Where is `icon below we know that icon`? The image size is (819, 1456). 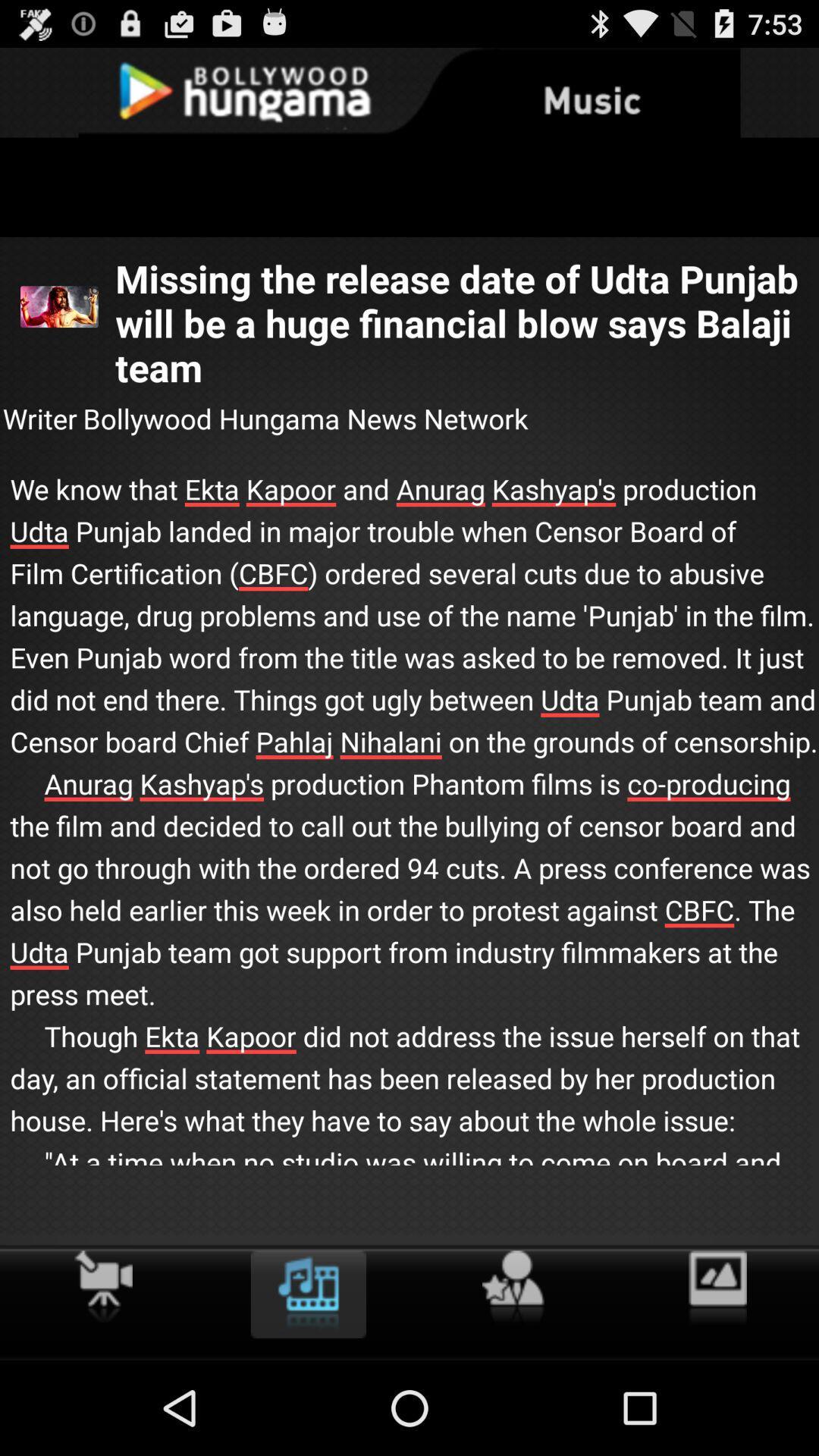
icon below we know that icon is located at coordinates (512, 1287).